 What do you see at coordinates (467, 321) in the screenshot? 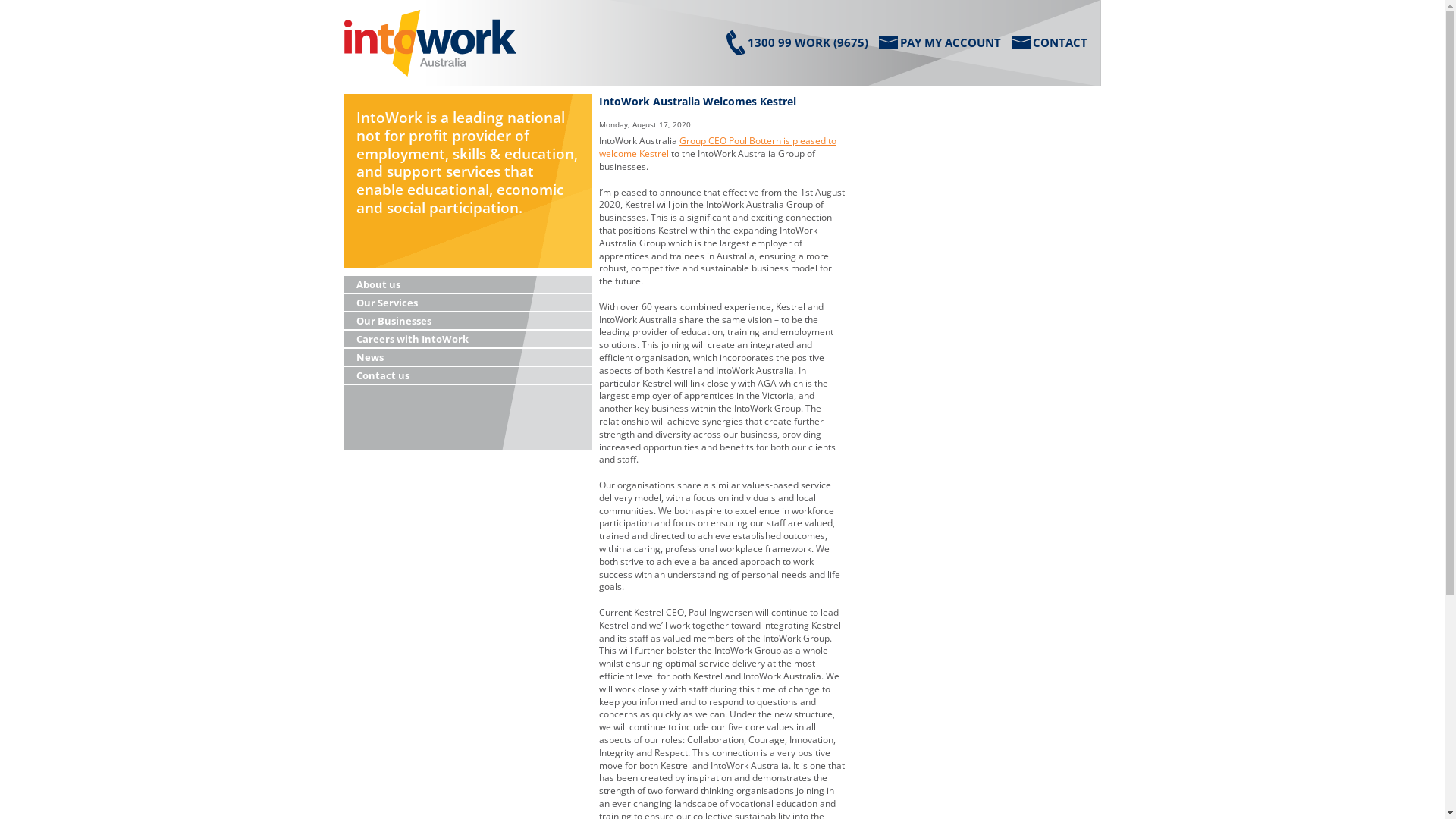
I see `'Our Businesses'` at bounding box center [467, 321].